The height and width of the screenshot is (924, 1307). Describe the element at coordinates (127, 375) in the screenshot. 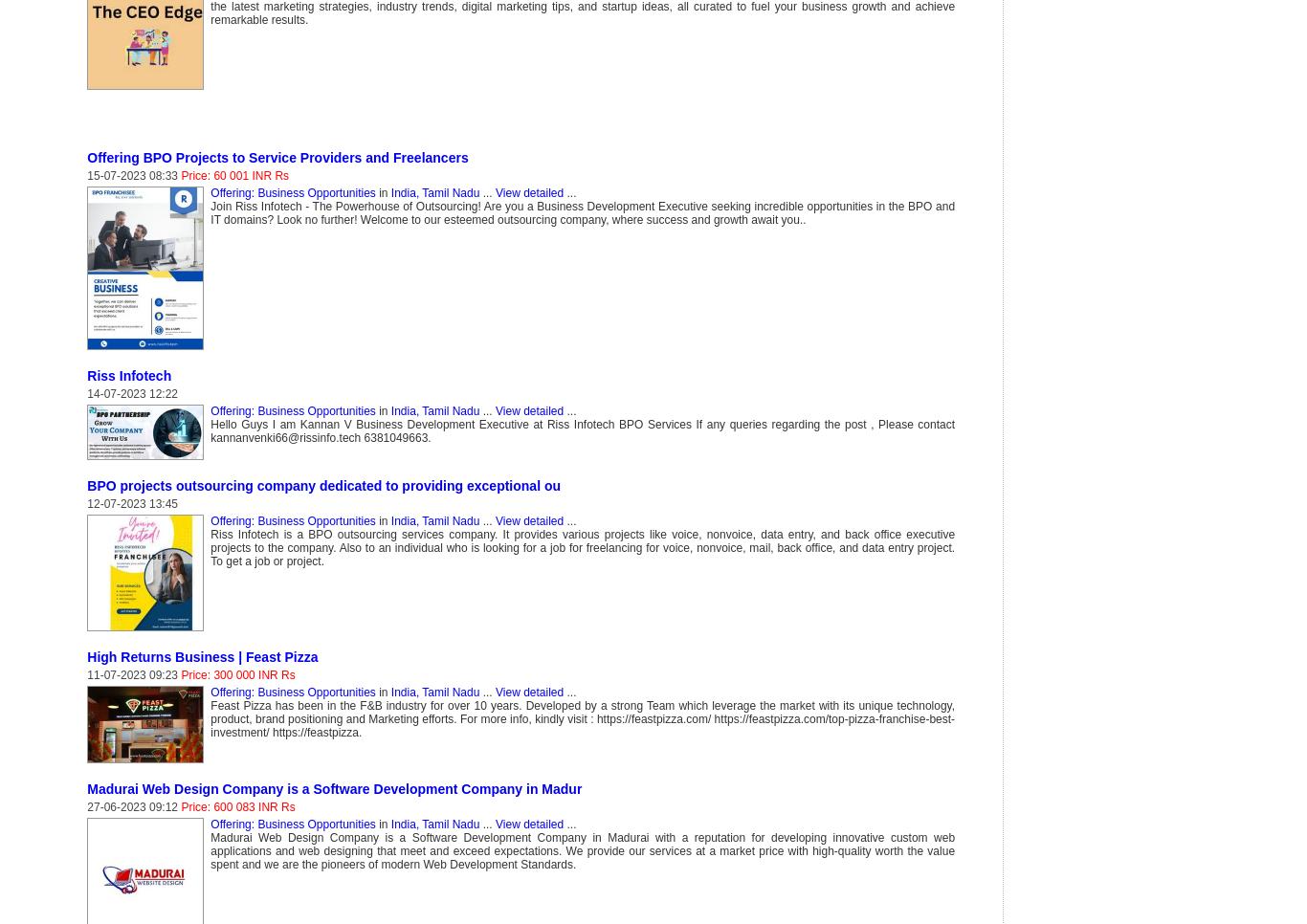

I see `'Riss Infotech'` at that location.